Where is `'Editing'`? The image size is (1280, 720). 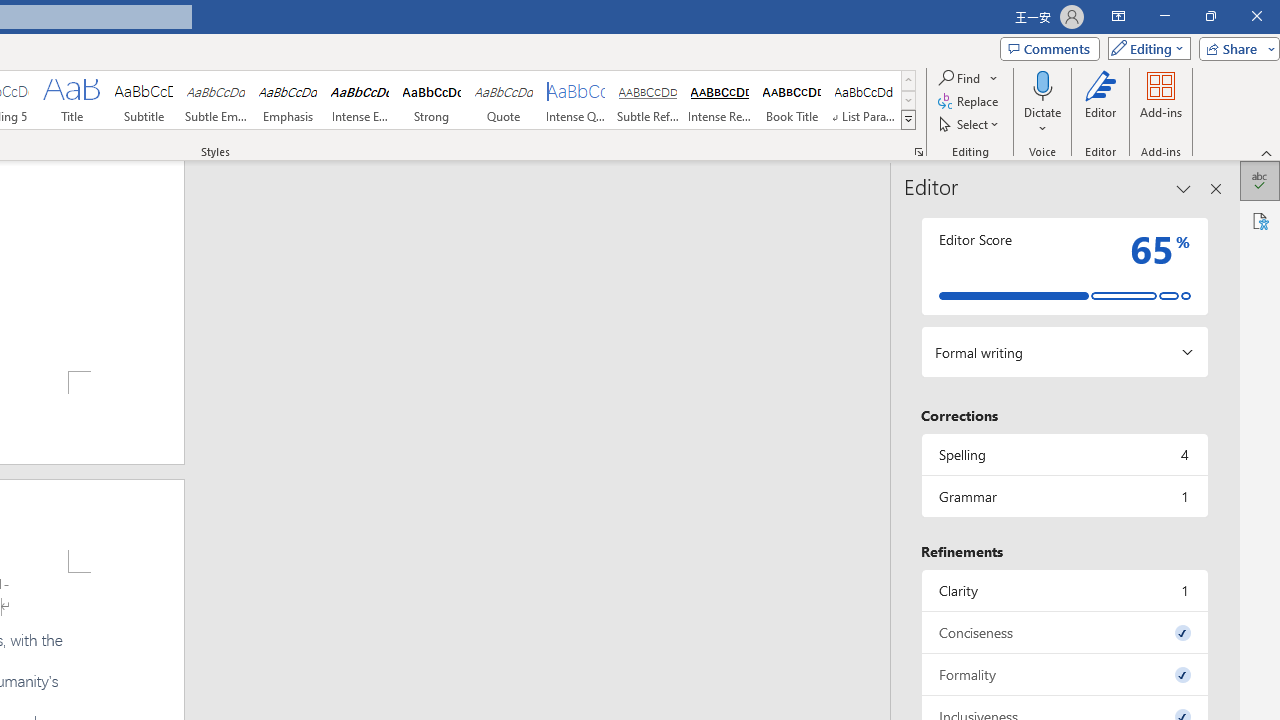 'Editing' is located at coordinates (1144, 47).